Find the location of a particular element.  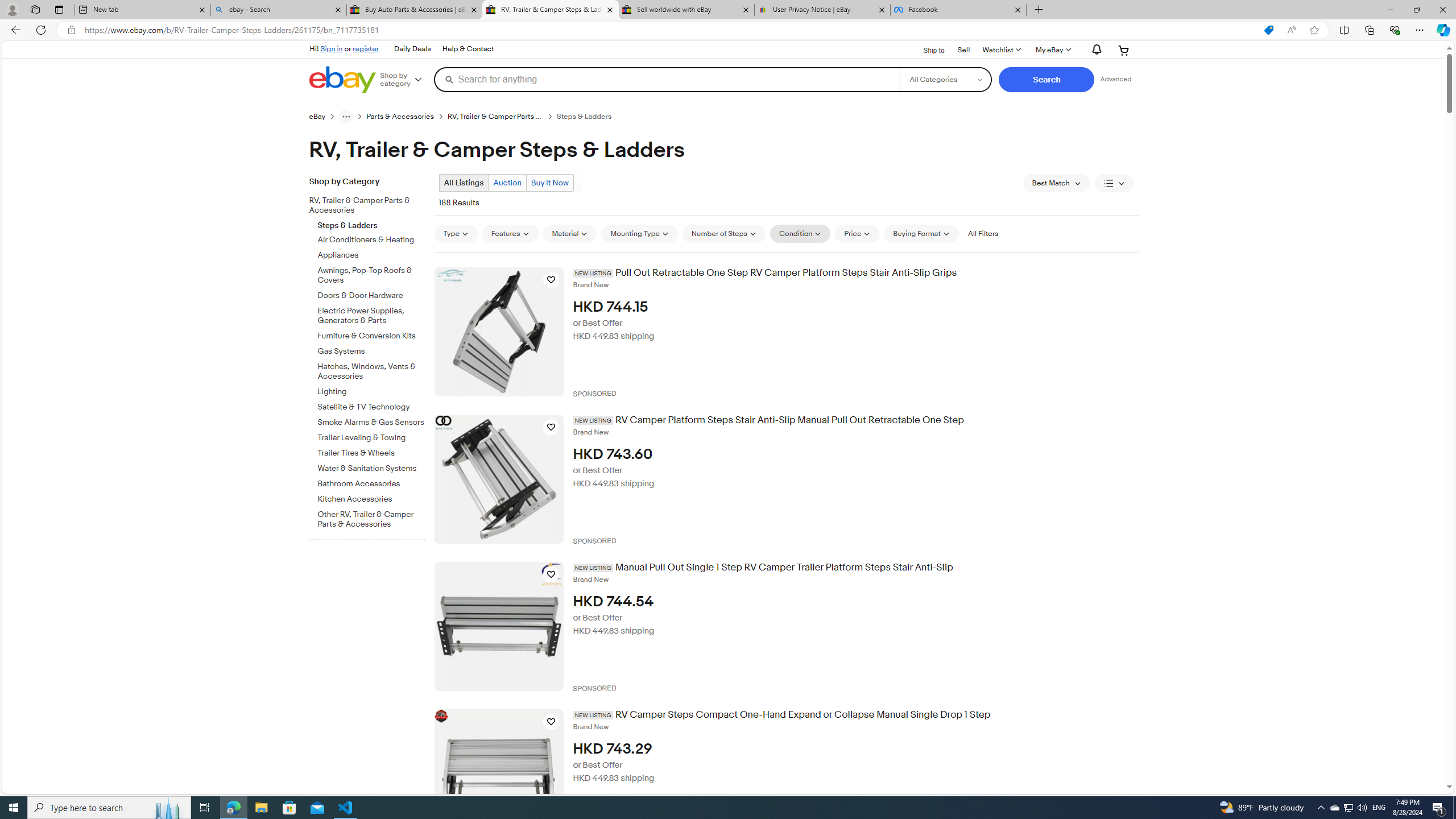

'Type' is located at coordinates (455, 233).